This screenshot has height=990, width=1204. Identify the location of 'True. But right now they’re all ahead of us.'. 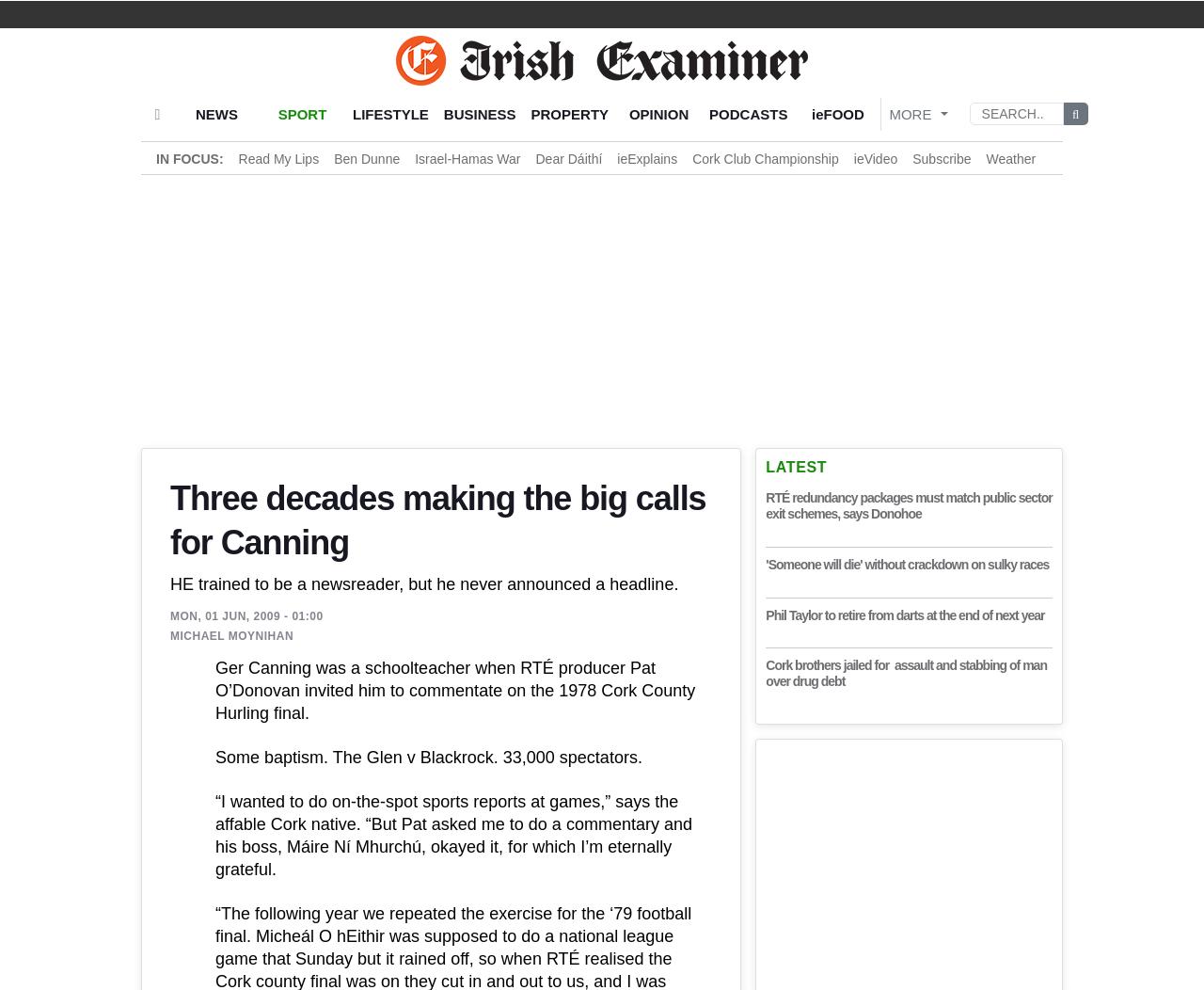
(373, 855).